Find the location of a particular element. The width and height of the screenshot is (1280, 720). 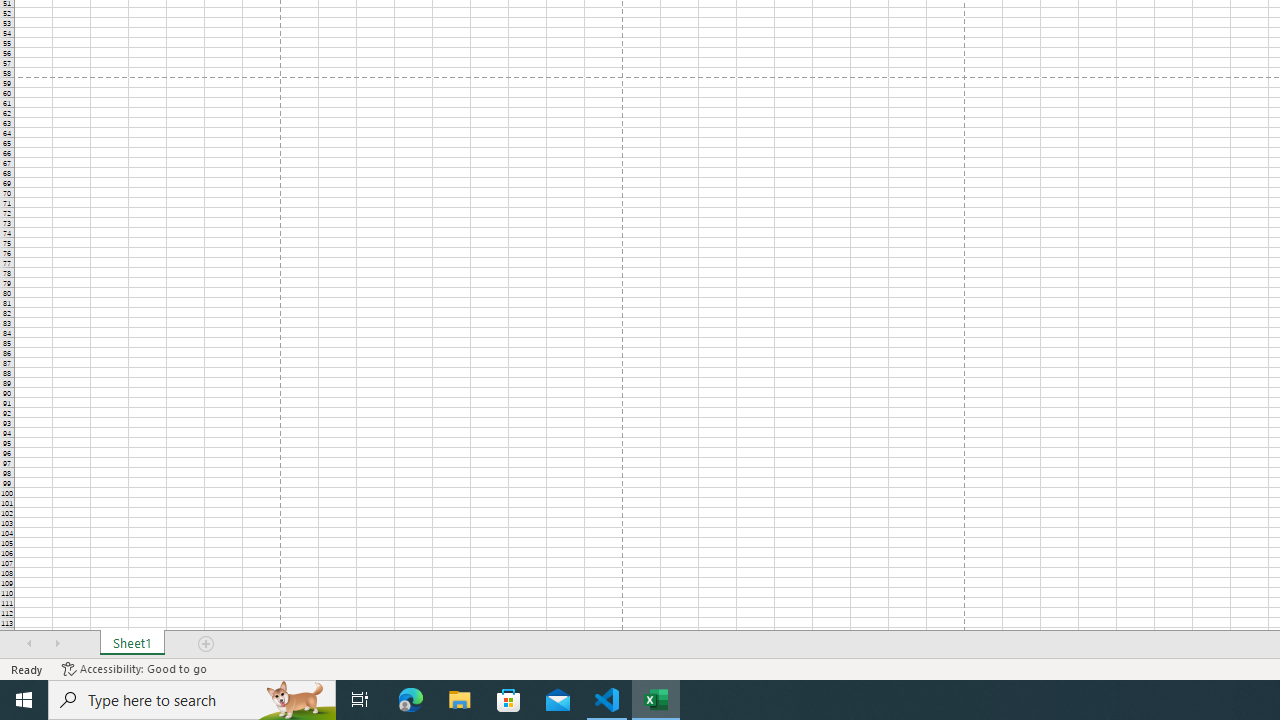

'Sheet1' is located at coordinates (131, 644).